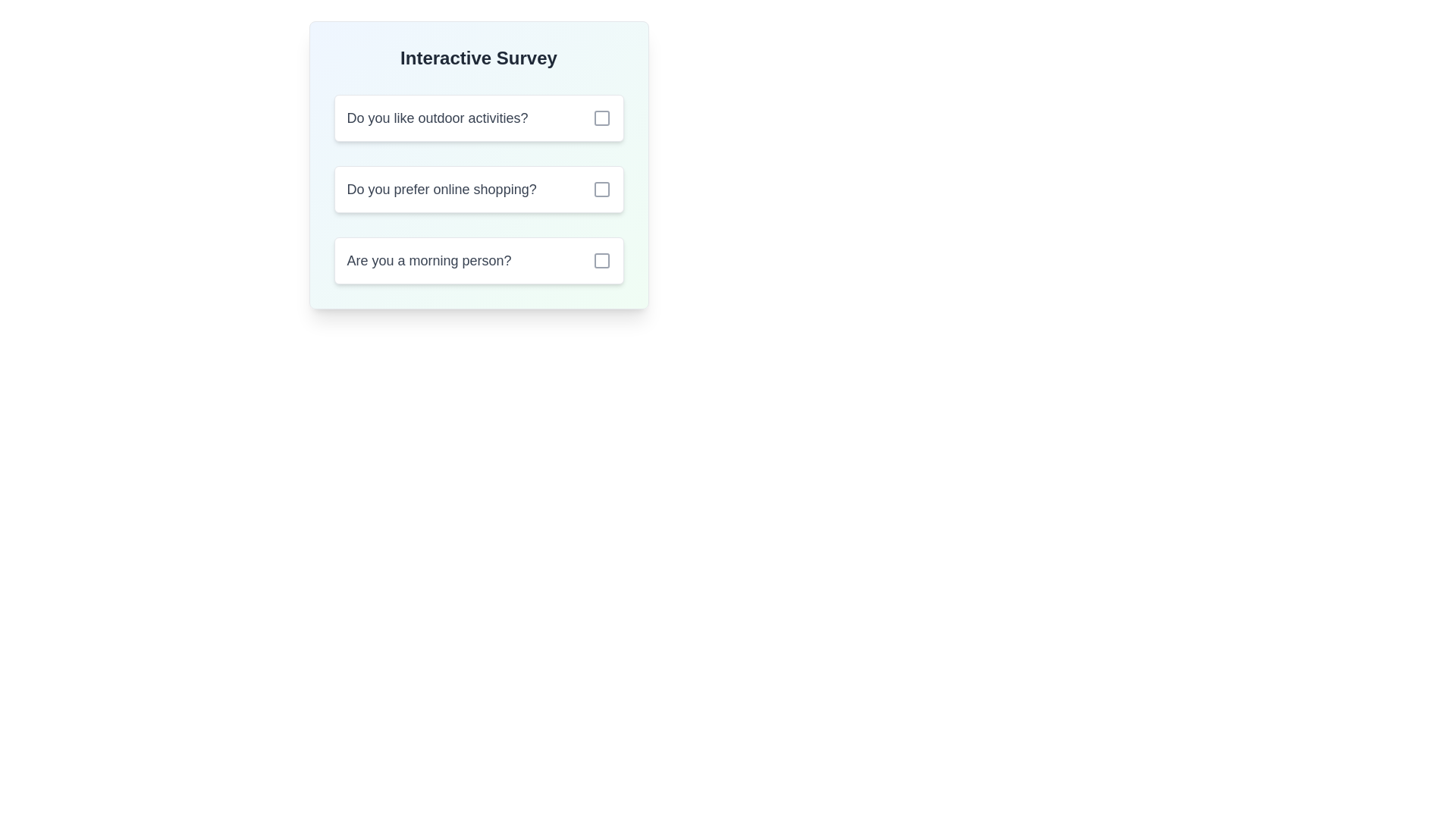 The image size is (1456, 819). I want to click on text of the second question in the survey, which is located between 'Do you like outdoor activities?' and 'Are you a morning person?', so click(441, 189).